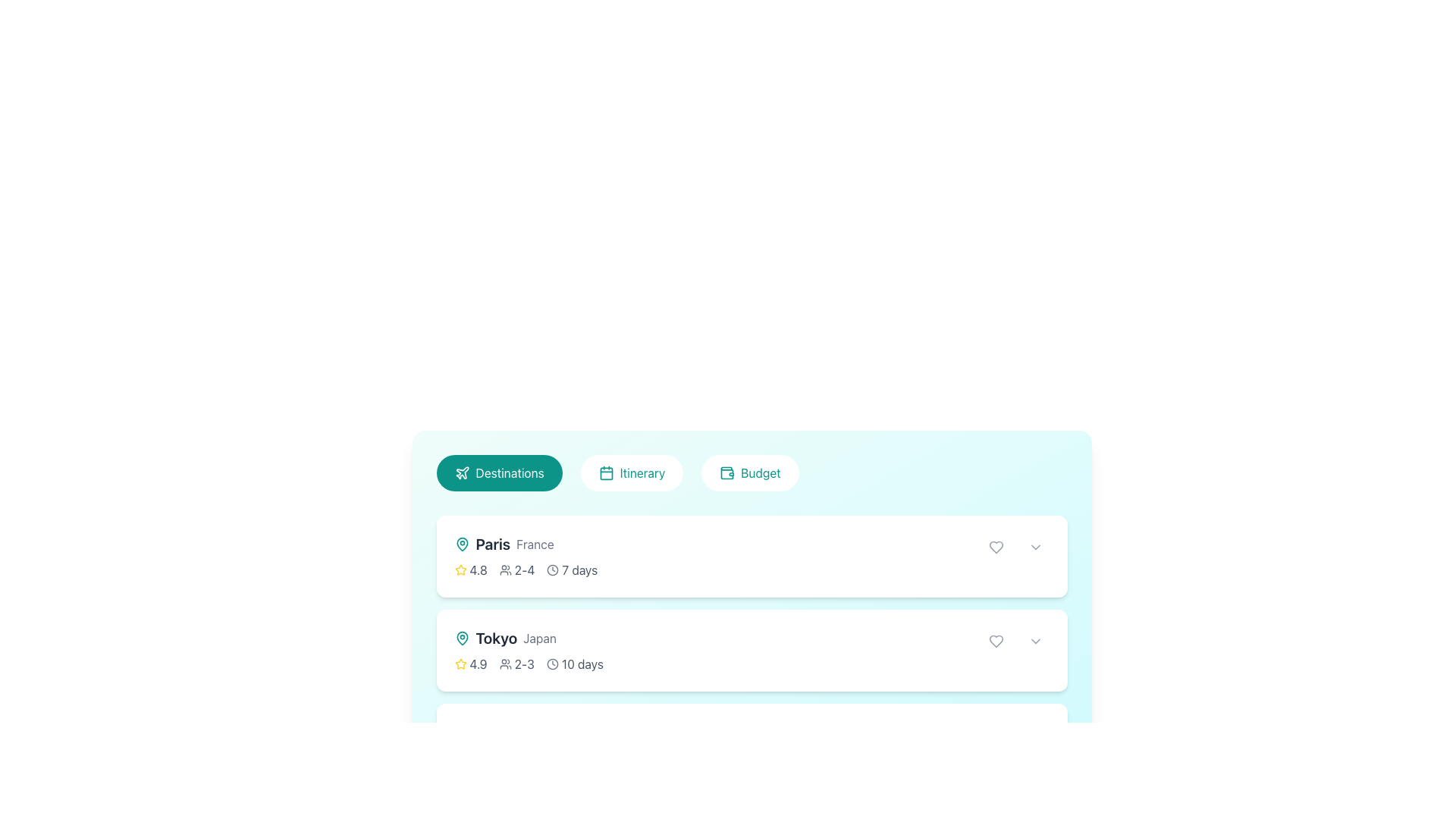  What do you see at coordinates (505, 570) in the screenshot?
I see `the small icon representing a group of people, which is located to the left of the text '2-4' in the first list entry of the 'Destinations' section for 'Paris, France'` at bounding box center [505, 570].